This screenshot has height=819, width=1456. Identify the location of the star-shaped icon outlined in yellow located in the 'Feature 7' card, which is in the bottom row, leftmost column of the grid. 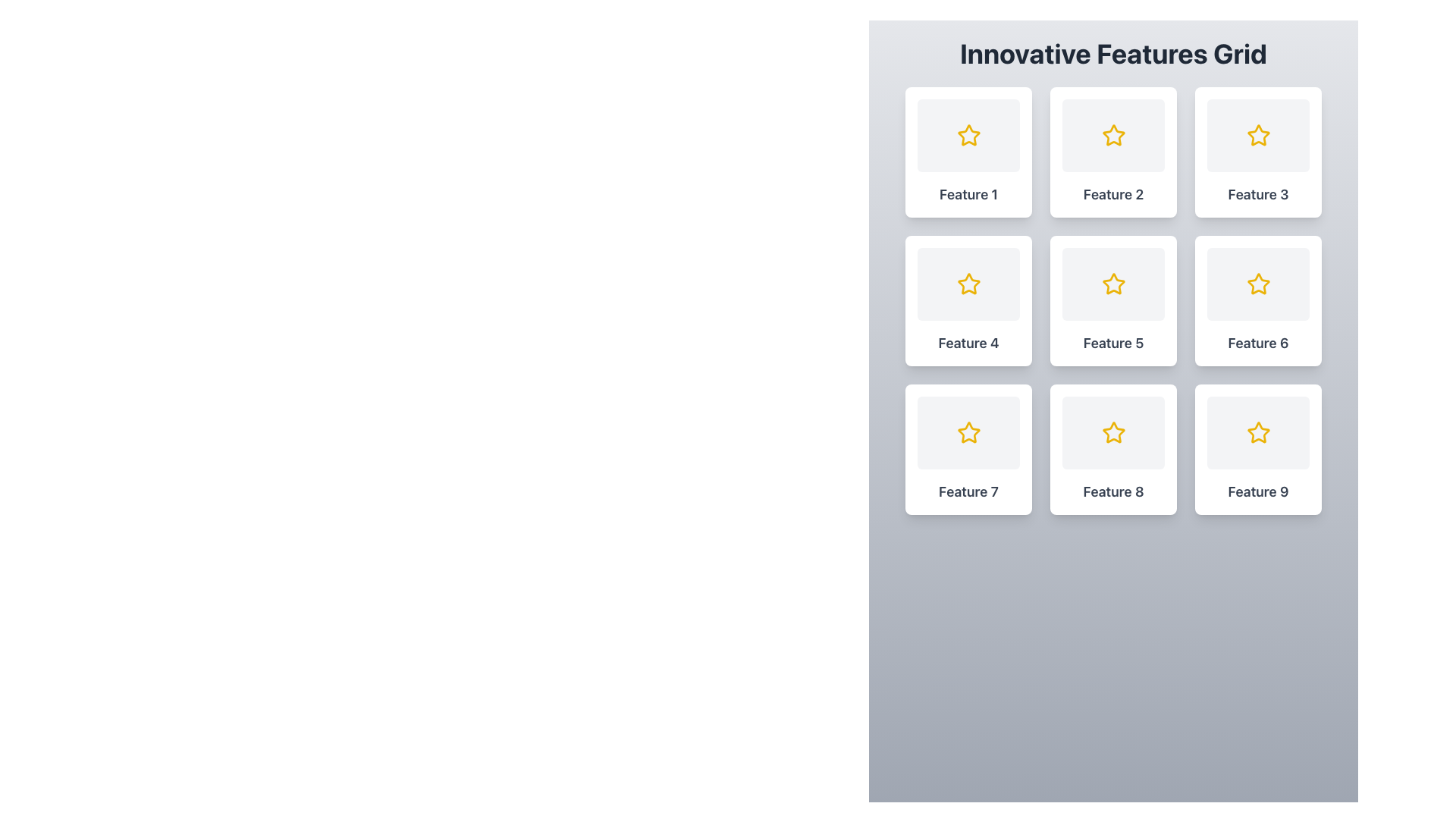
(968, 432).